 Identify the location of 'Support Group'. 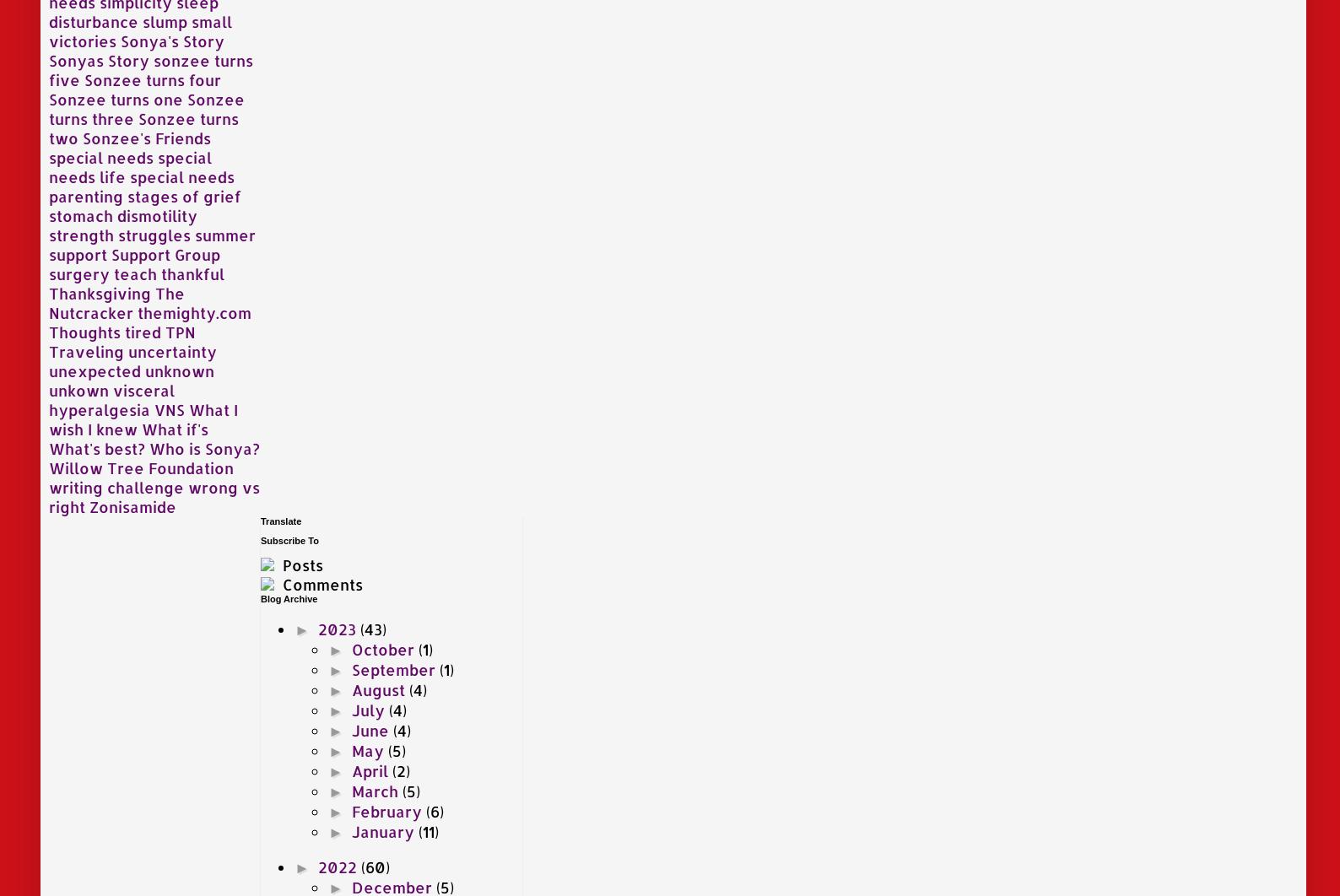
(165, 252).